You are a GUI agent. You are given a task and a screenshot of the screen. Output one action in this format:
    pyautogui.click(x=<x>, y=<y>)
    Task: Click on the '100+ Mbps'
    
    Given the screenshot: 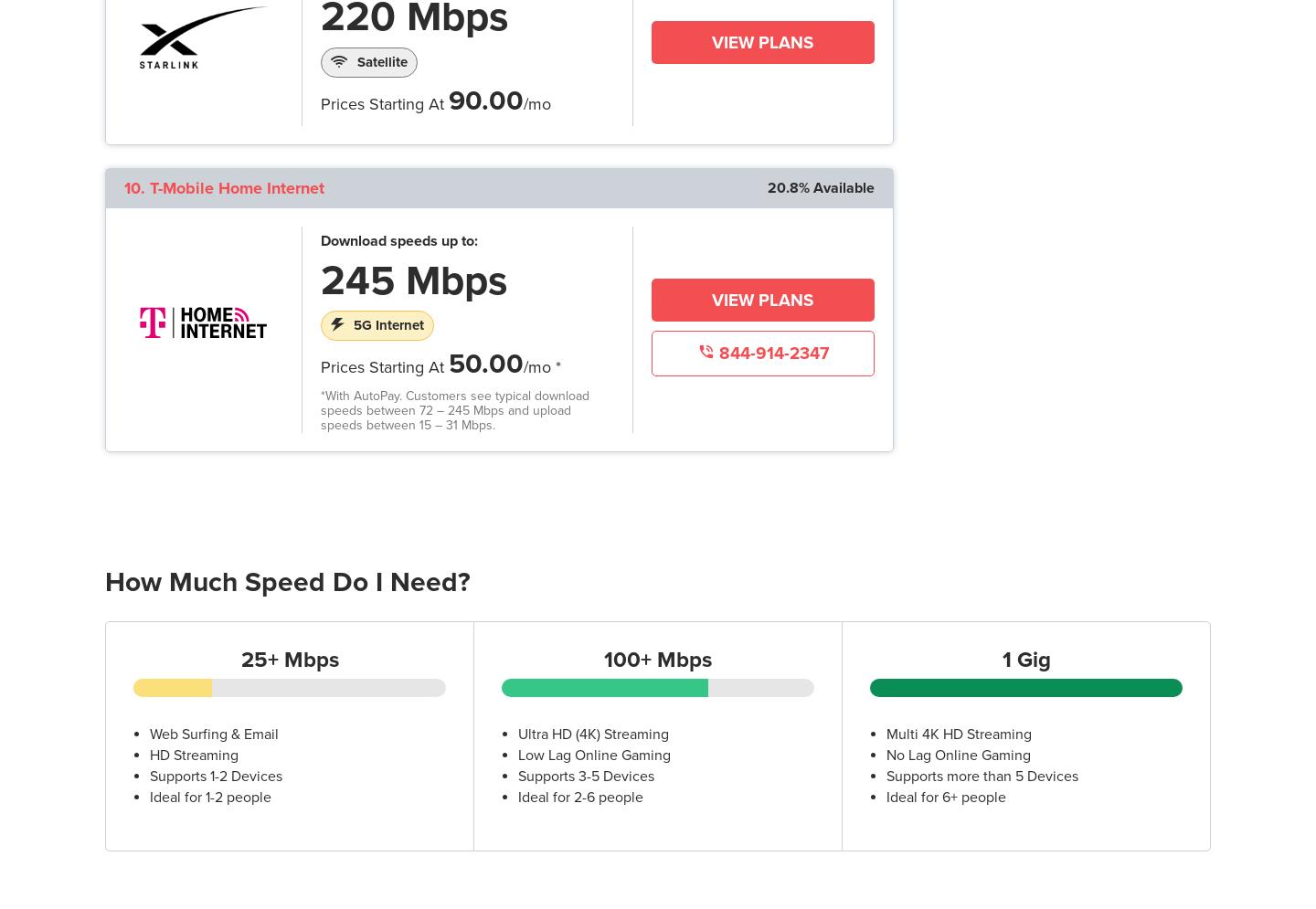 What is the action you would take?
    pyautogui.click(x=602, y=660)
    